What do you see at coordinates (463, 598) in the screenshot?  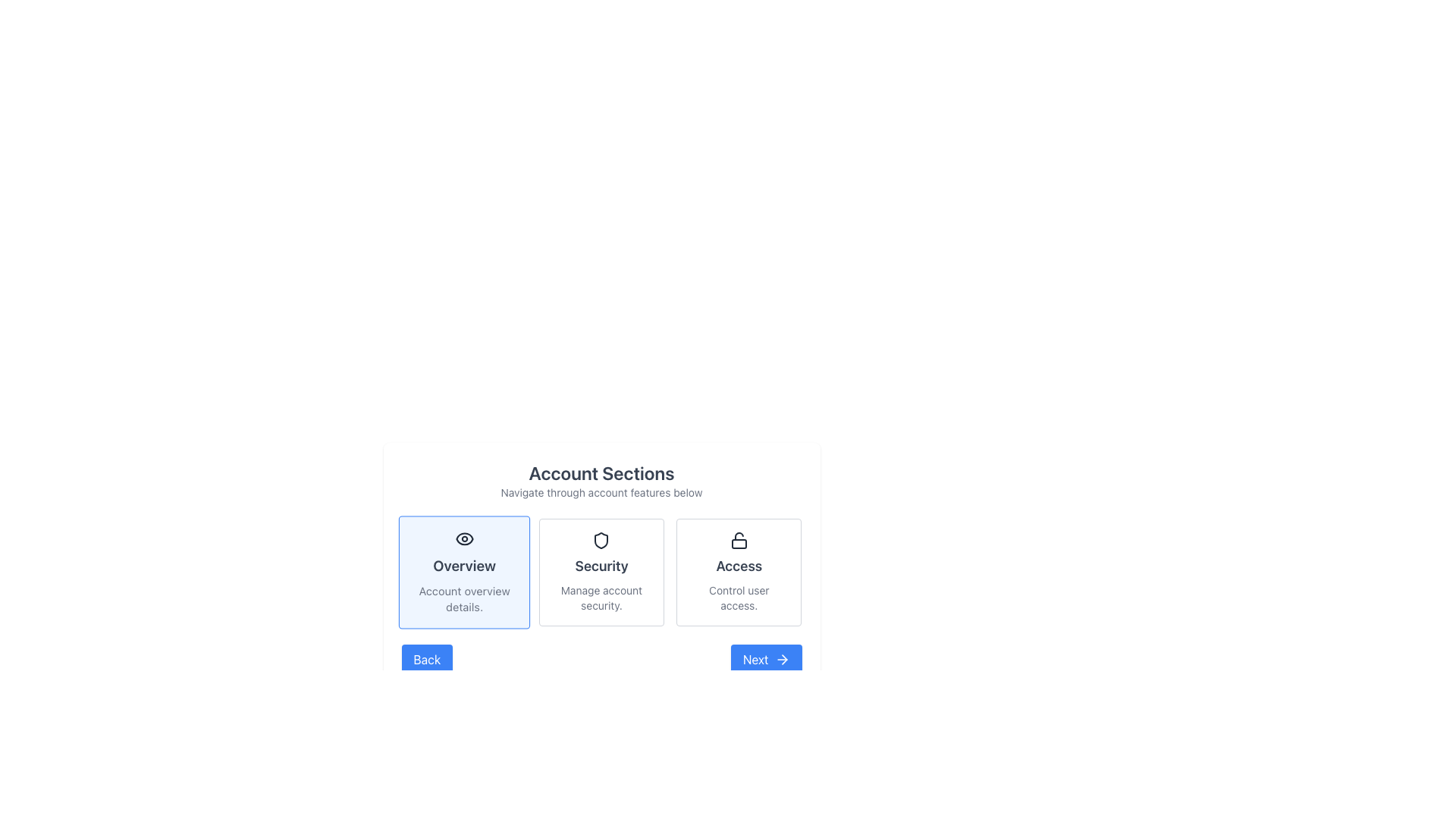 I see `the text display component that provides descriptive information about the 'Overview' section, located within the card-like structure beneath the 'Overview' title and eye icon` at bounding box center [463, 598].